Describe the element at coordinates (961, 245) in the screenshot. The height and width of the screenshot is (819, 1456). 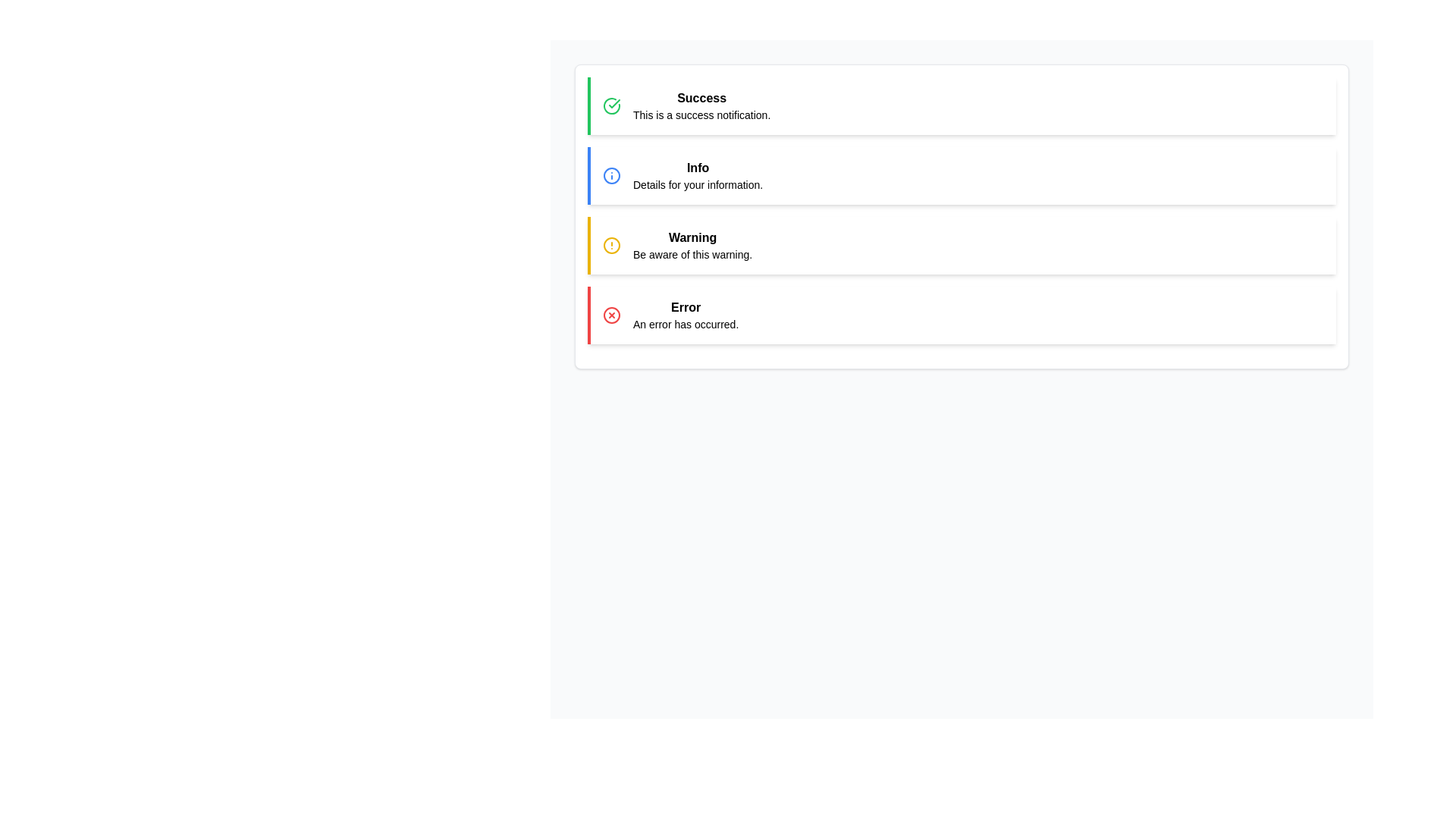
I see `the third warning notification in the vertical stack, located between the 'Info' notification and the 'Error' notification` at that location.